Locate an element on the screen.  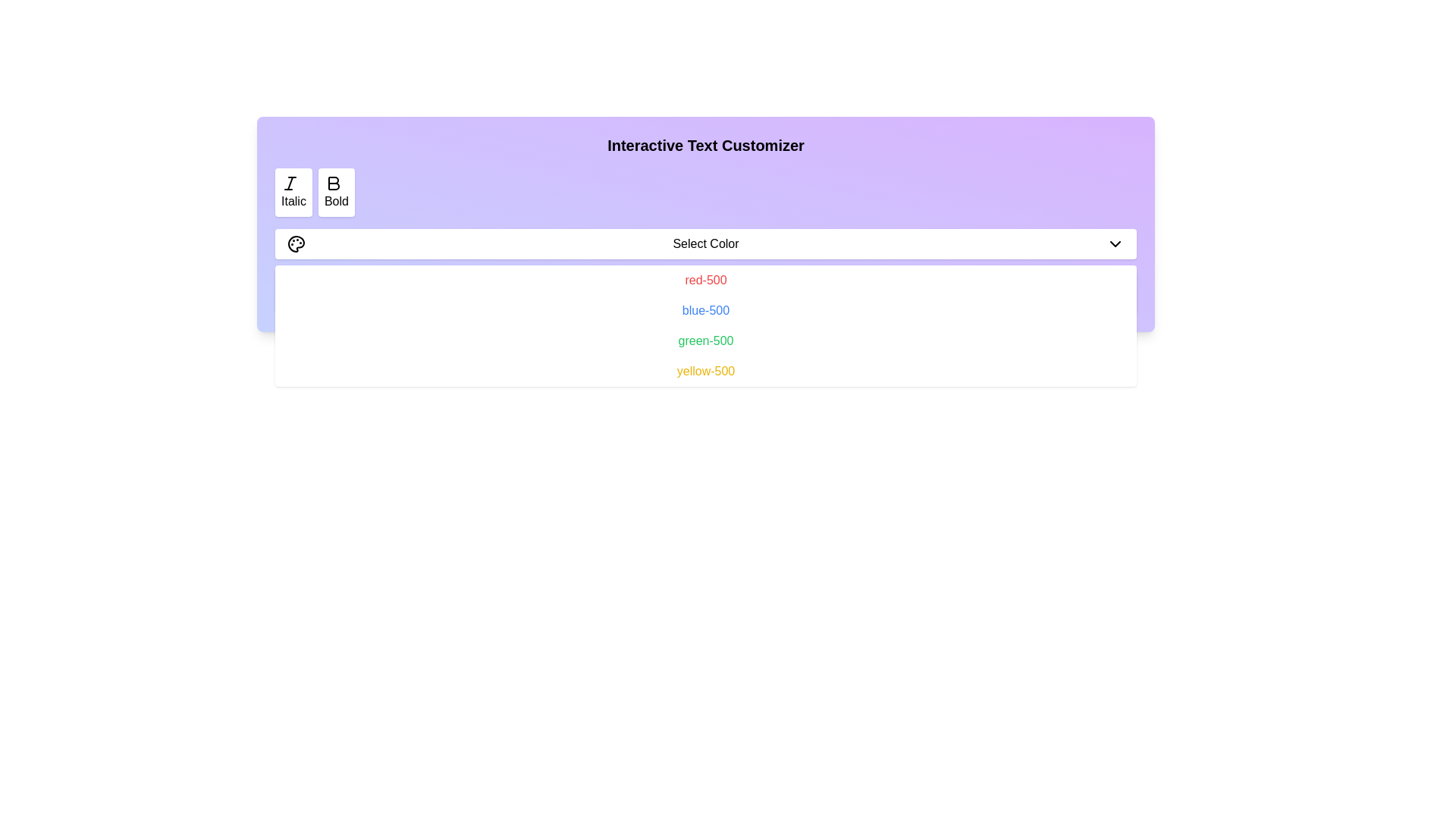
keyboard navigation is located at coordinates (705, 243).